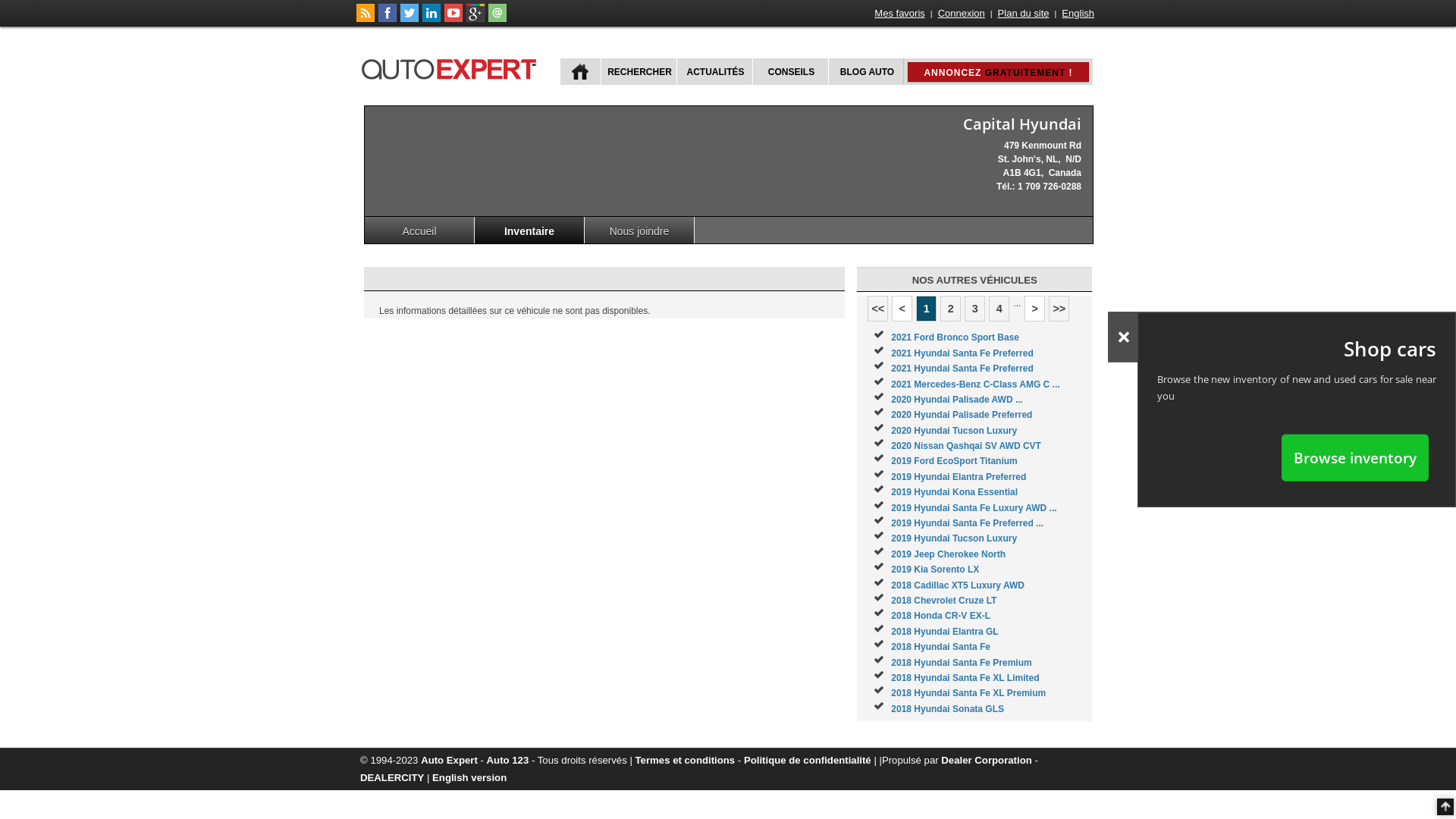 This screenshot has width=1456, height=819. Describe the element at coordinates (954, 336) in the screenshot. I see `'2021 Ford Bronco Sport Base'` at that location.